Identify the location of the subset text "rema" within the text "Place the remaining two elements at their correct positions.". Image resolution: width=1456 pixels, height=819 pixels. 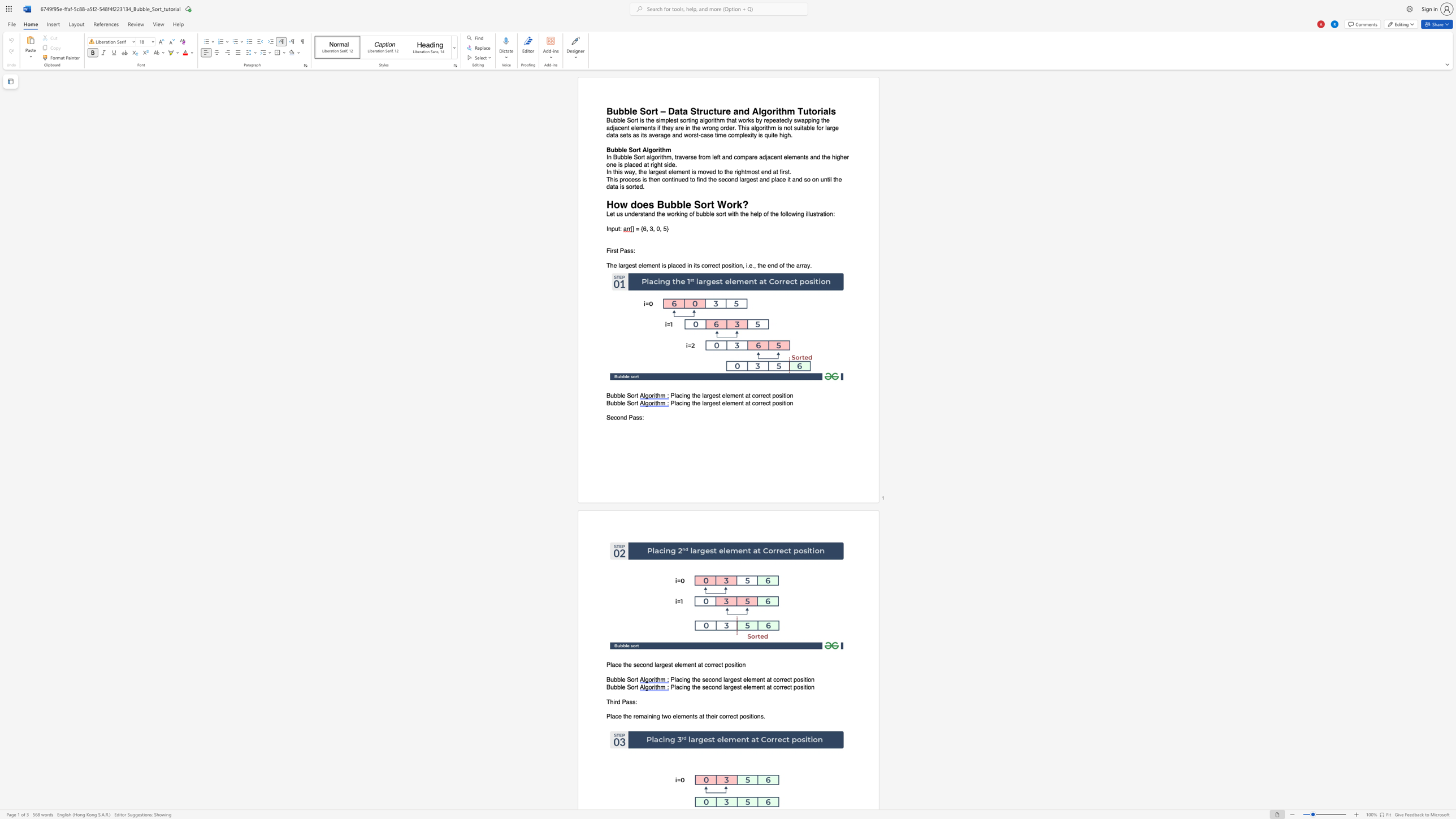
(633, 717).